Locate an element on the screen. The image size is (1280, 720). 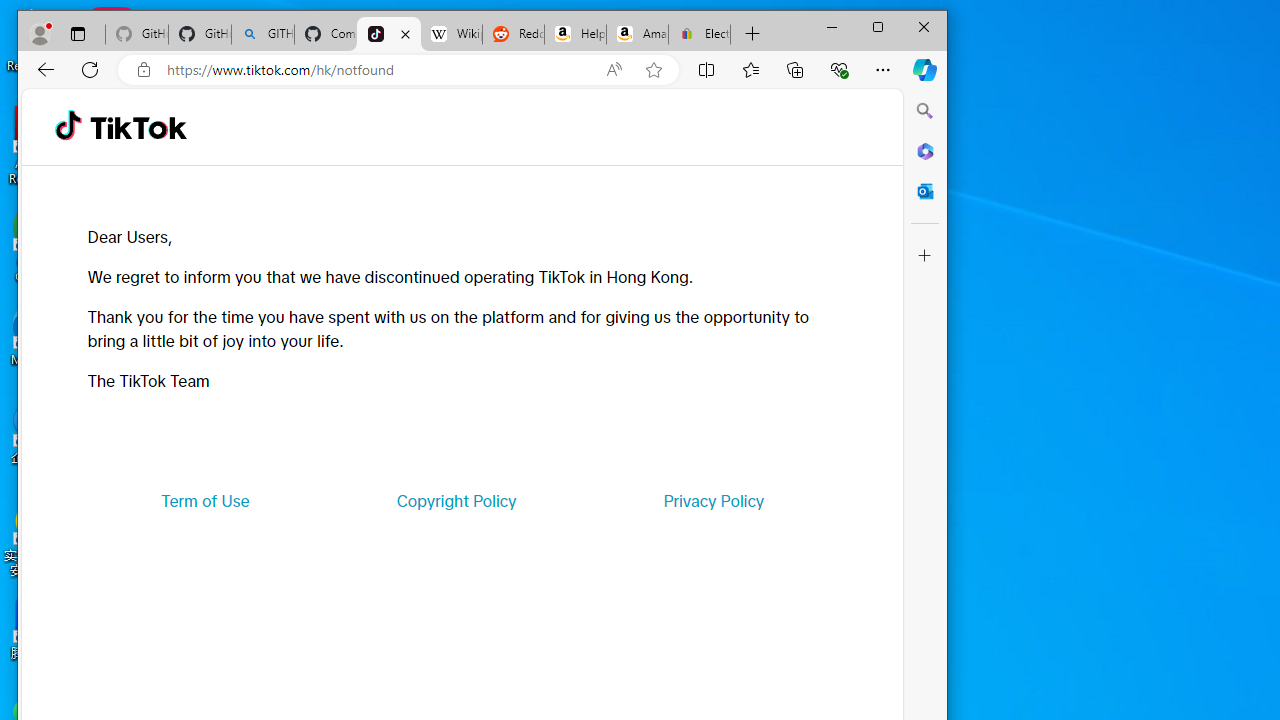
'TikTok' is located at coordinates (389, 34).